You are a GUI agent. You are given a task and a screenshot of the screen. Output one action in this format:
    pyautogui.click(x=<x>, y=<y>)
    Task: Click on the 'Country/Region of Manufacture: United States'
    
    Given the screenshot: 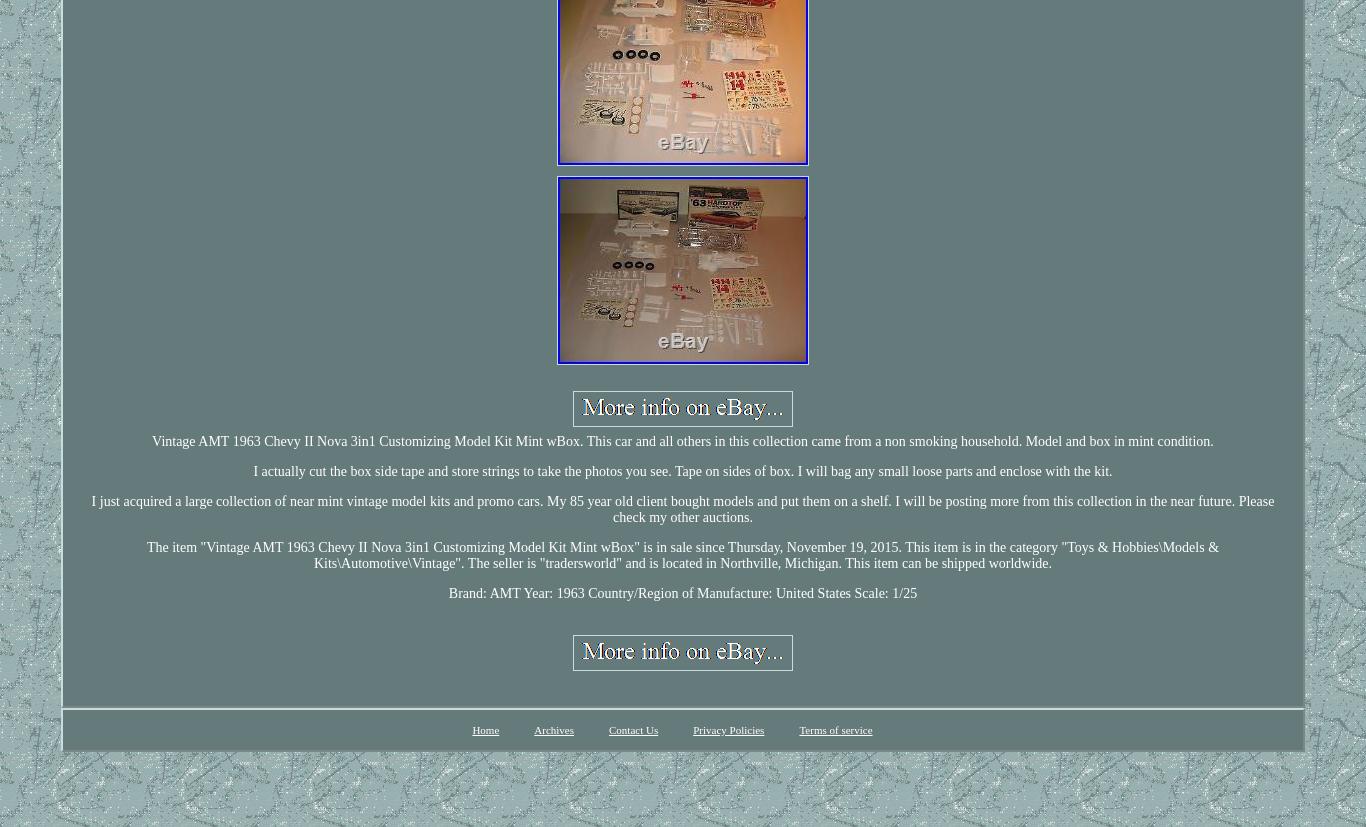 What is the action you would take?
    pyautogui.click(x=719, y=592)
    